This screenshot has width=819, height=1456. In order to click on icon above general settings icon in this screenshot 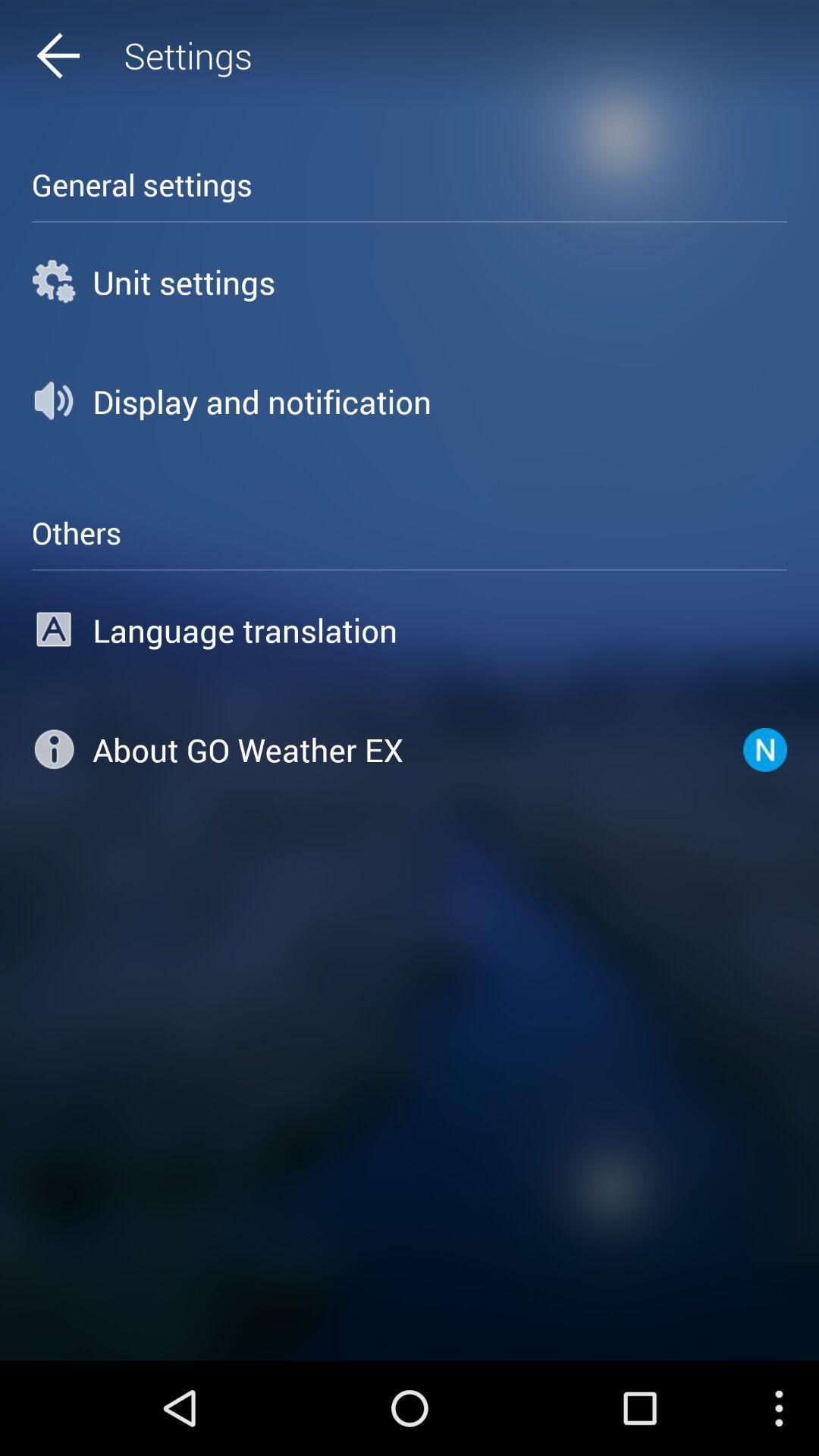, I will do `click(87, 55)`.